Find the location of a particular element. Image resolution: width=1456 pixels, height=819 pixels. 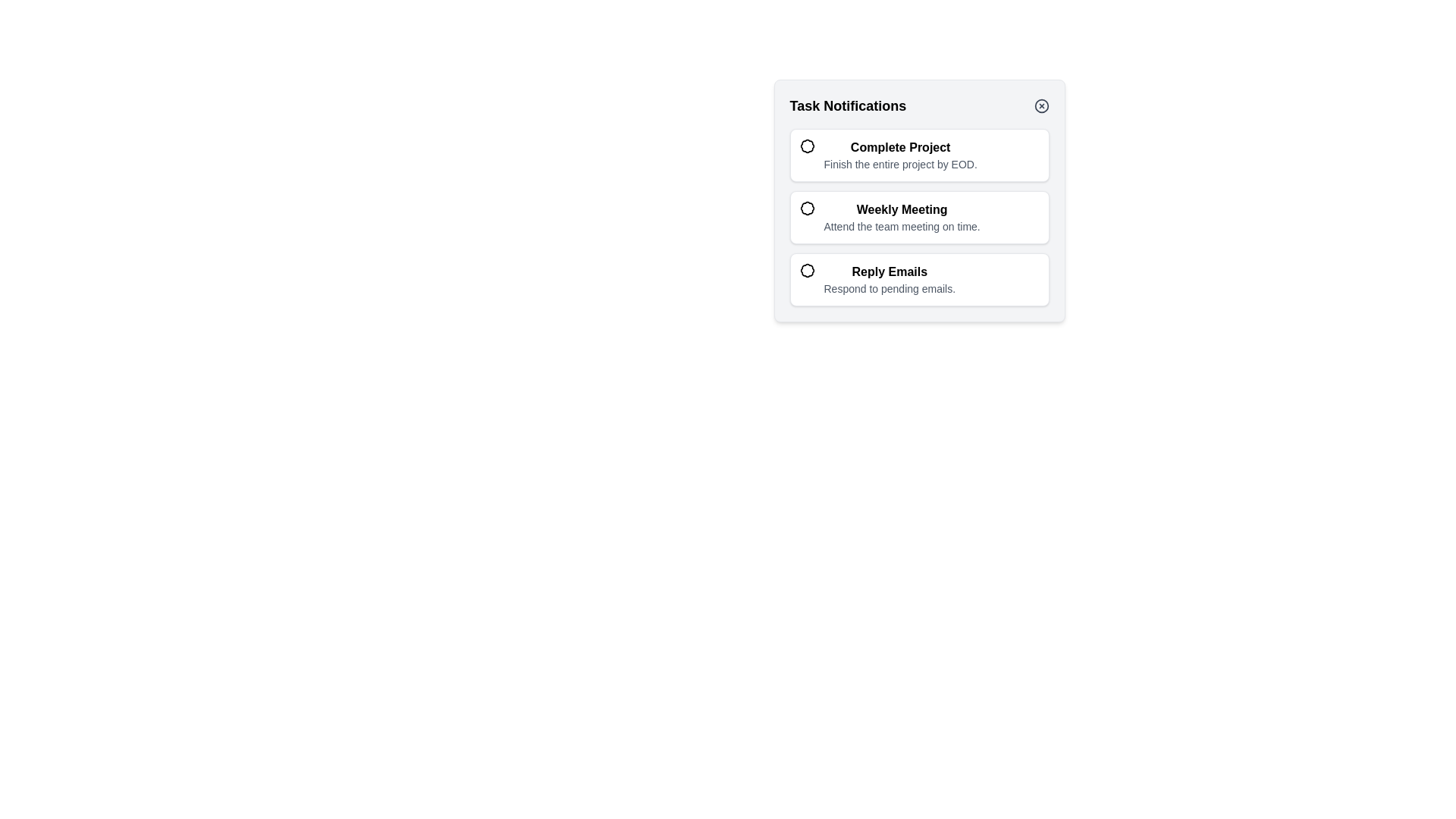

the circular badge icon located to the left of the 'Complete Project' text in the task notification card is located at coordinates (806, 146).